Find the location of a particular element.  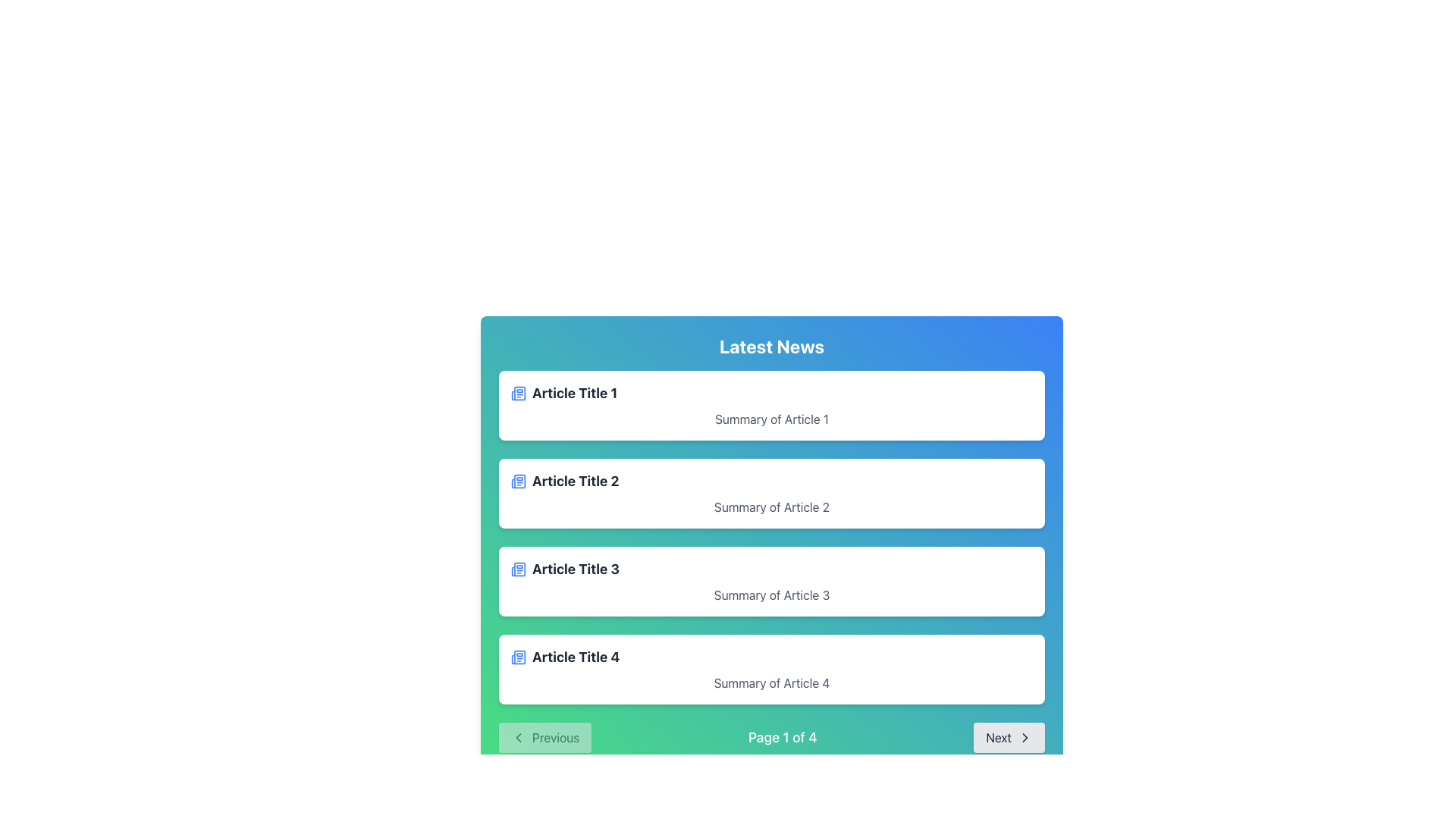

the right-chevron arrow icon located to the right of the 'Next' text in the gray button at the bottom-right corner of the interface is located at coordinates (1025, 736).